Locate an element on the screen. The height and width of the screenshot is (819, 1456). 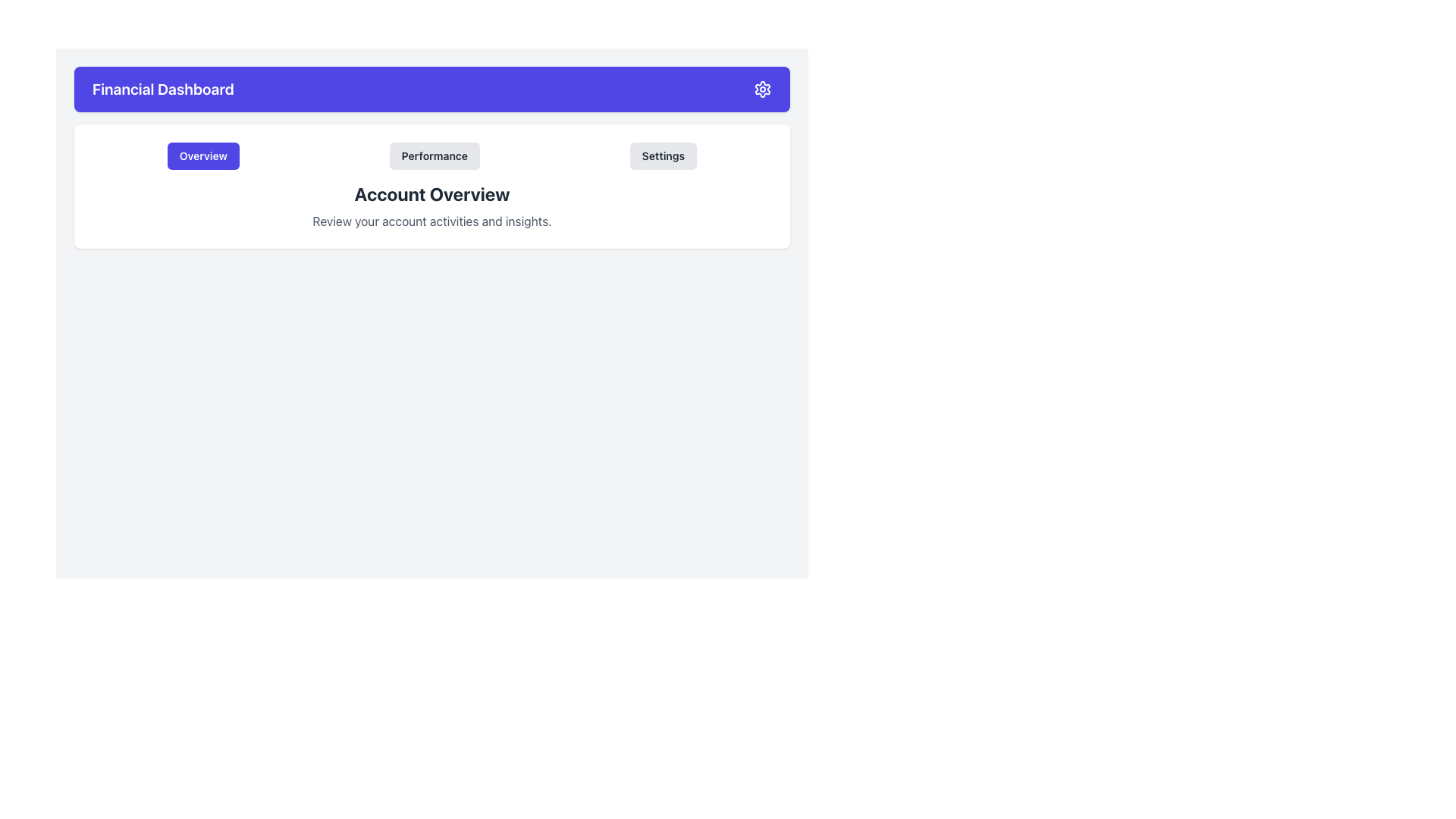
the static text element that provides guidance about reviewing account details, located directly below the 'Account Overview' title is located at coordinates (431, 221).